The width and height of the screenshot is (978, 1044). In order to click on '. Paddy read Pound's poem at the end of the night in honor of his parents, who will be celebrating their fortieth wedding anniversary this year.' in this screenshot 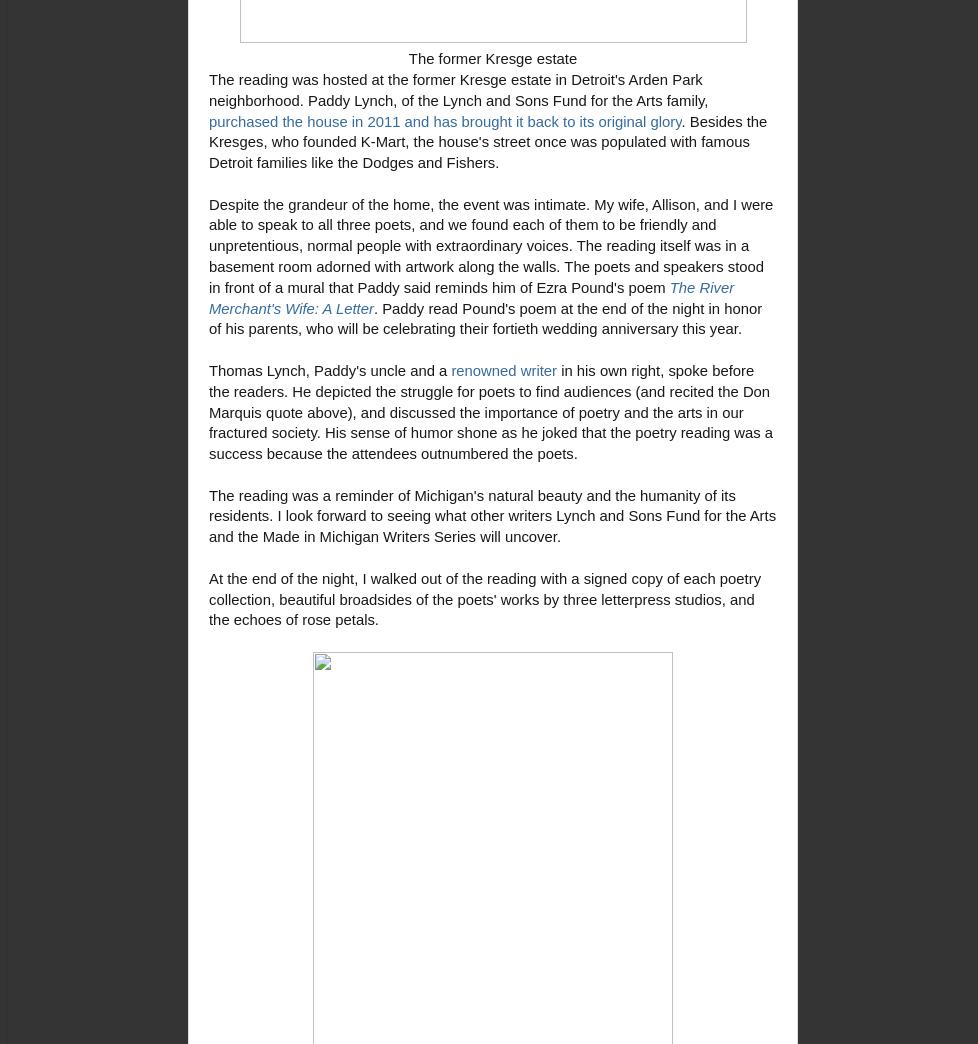, I will do `click(484, 317)`.